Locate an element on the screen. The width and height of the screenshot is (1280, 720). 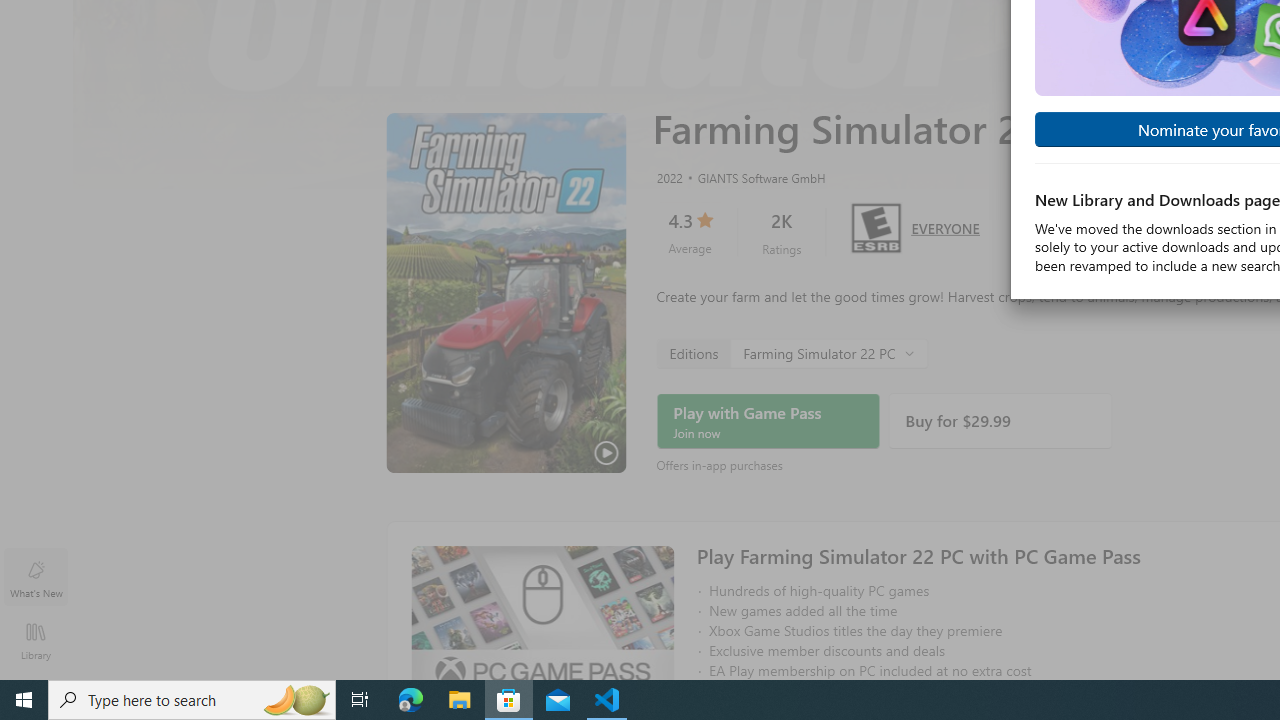
'GIANTS Software GmbH' is located at coordinates (752, 176).